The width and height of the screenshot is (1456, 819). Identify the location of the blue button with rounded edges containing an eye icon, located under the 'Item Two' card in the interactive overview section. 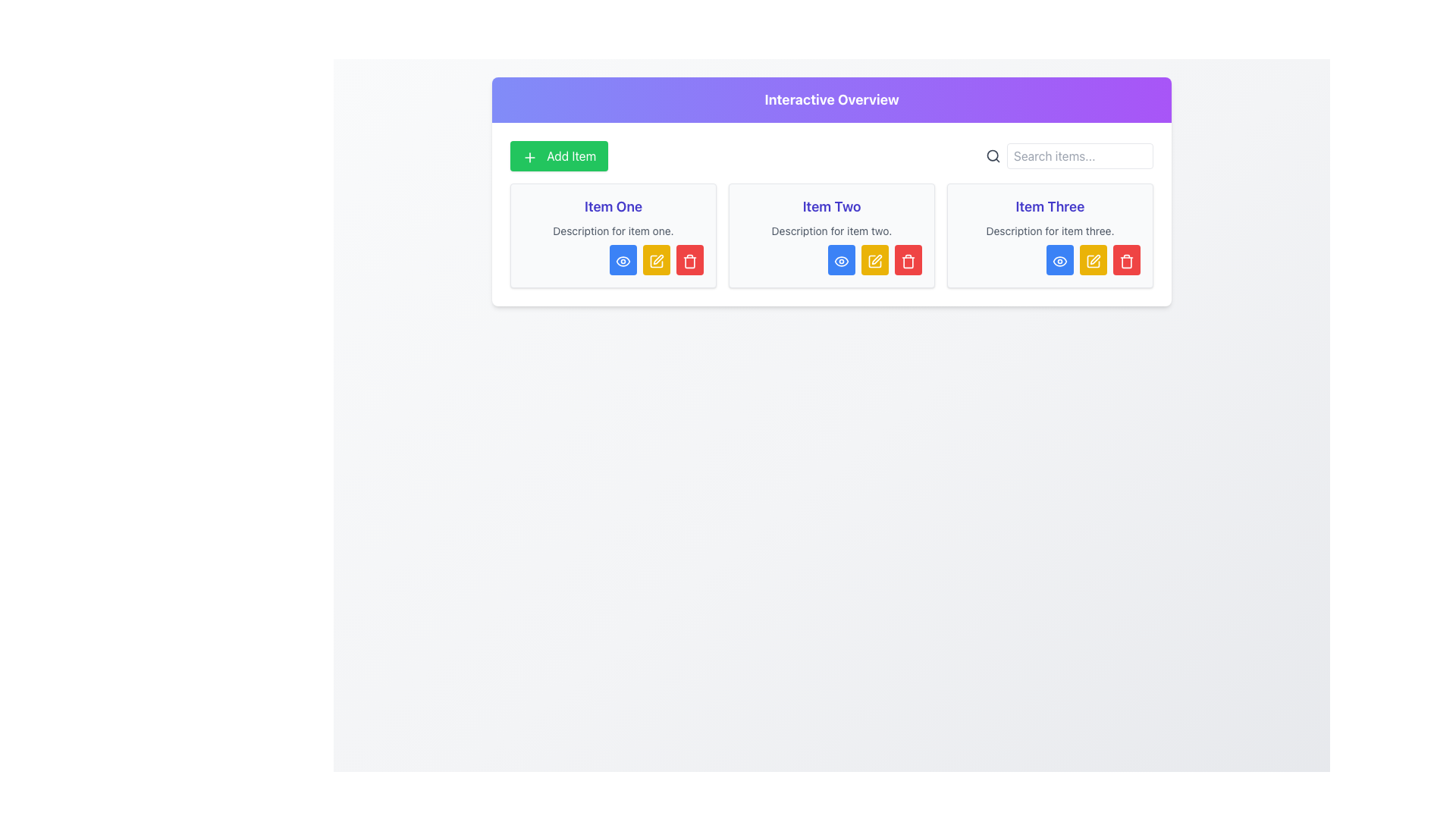
(840, 259).